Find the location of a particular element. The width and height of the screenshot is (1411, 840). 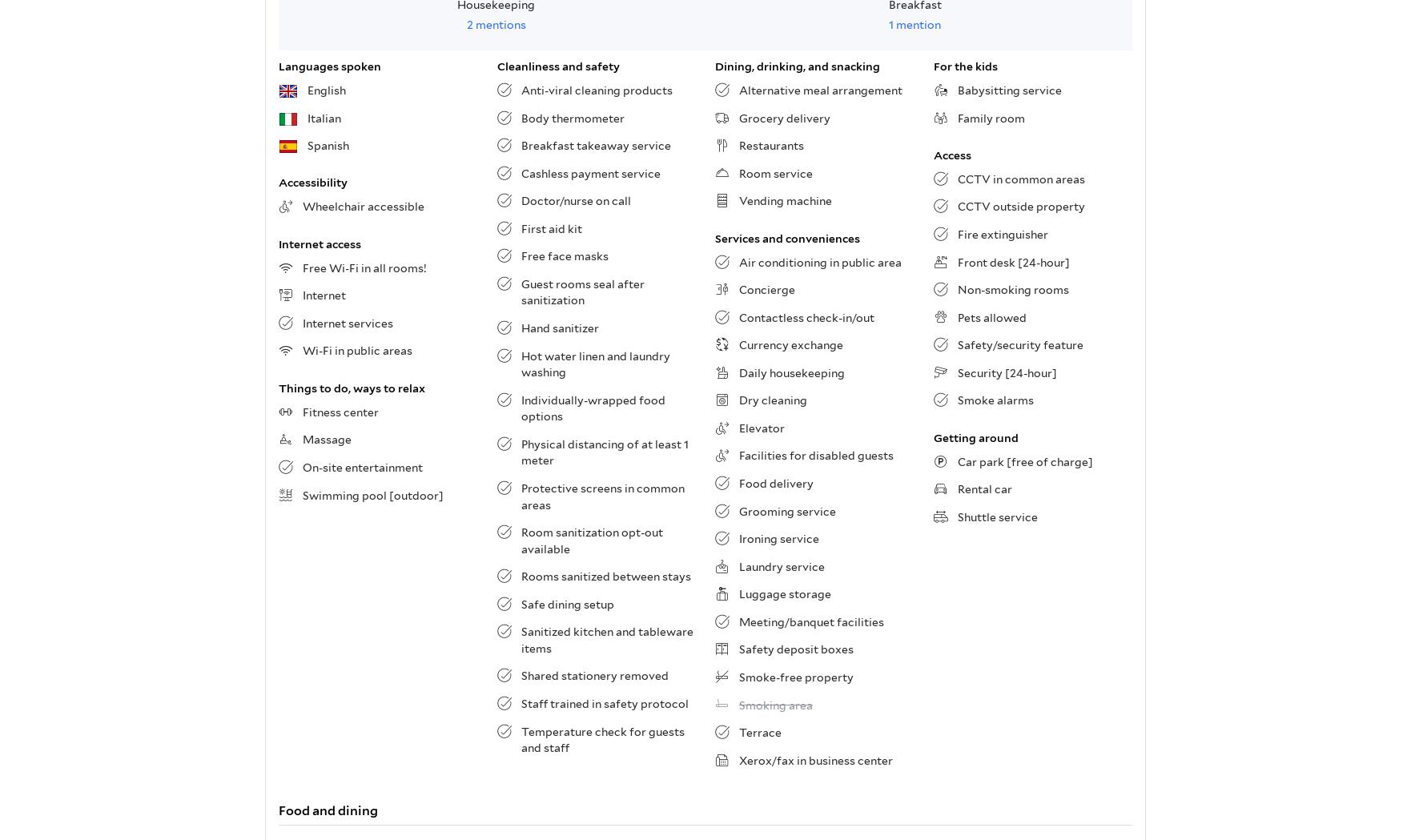

'Anti-viral cleaning products' is located at coordinates (595, 89).